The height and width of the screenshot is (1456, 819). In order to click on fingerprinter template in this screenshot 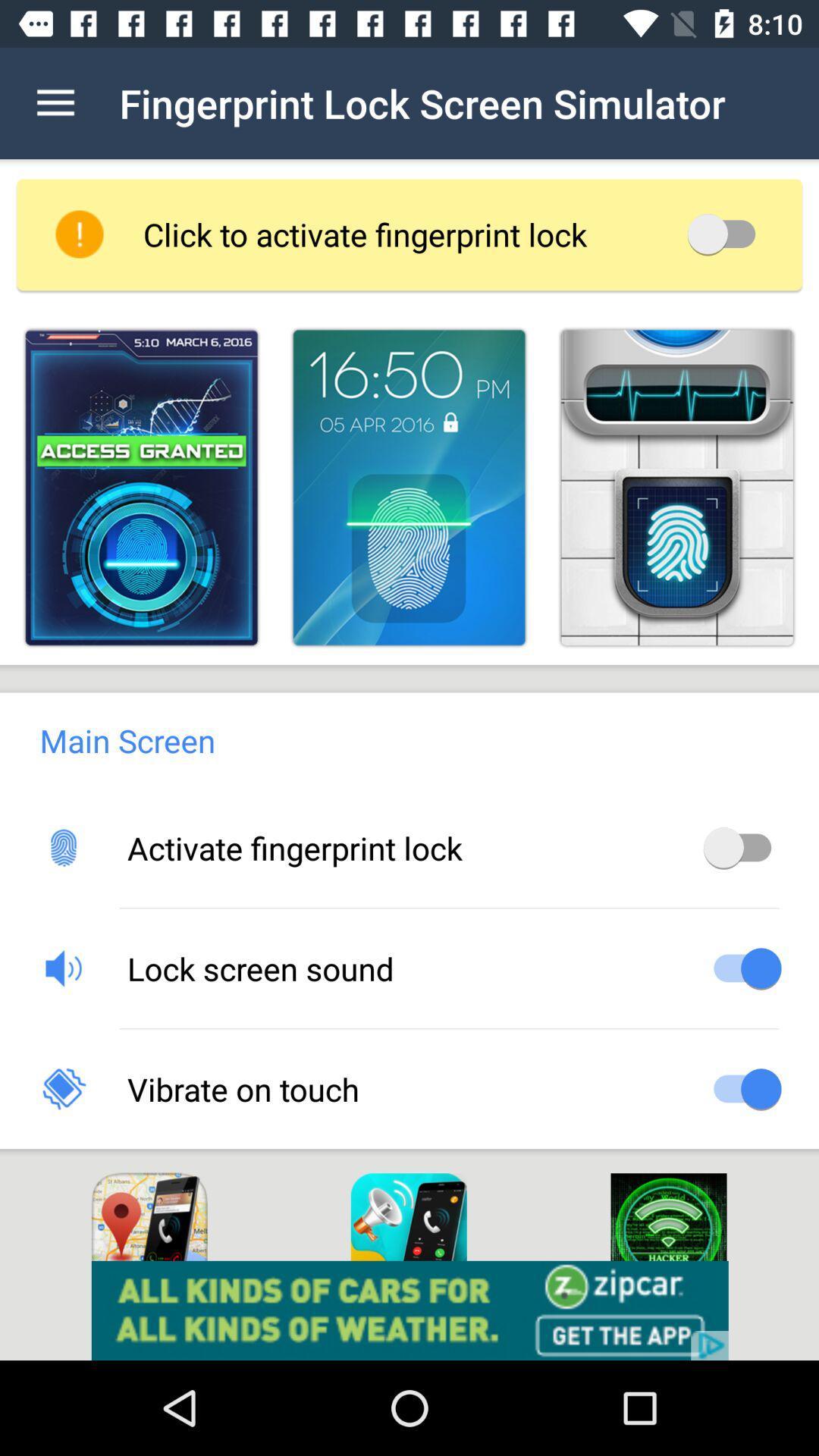, I will do `click(408, 488)`.